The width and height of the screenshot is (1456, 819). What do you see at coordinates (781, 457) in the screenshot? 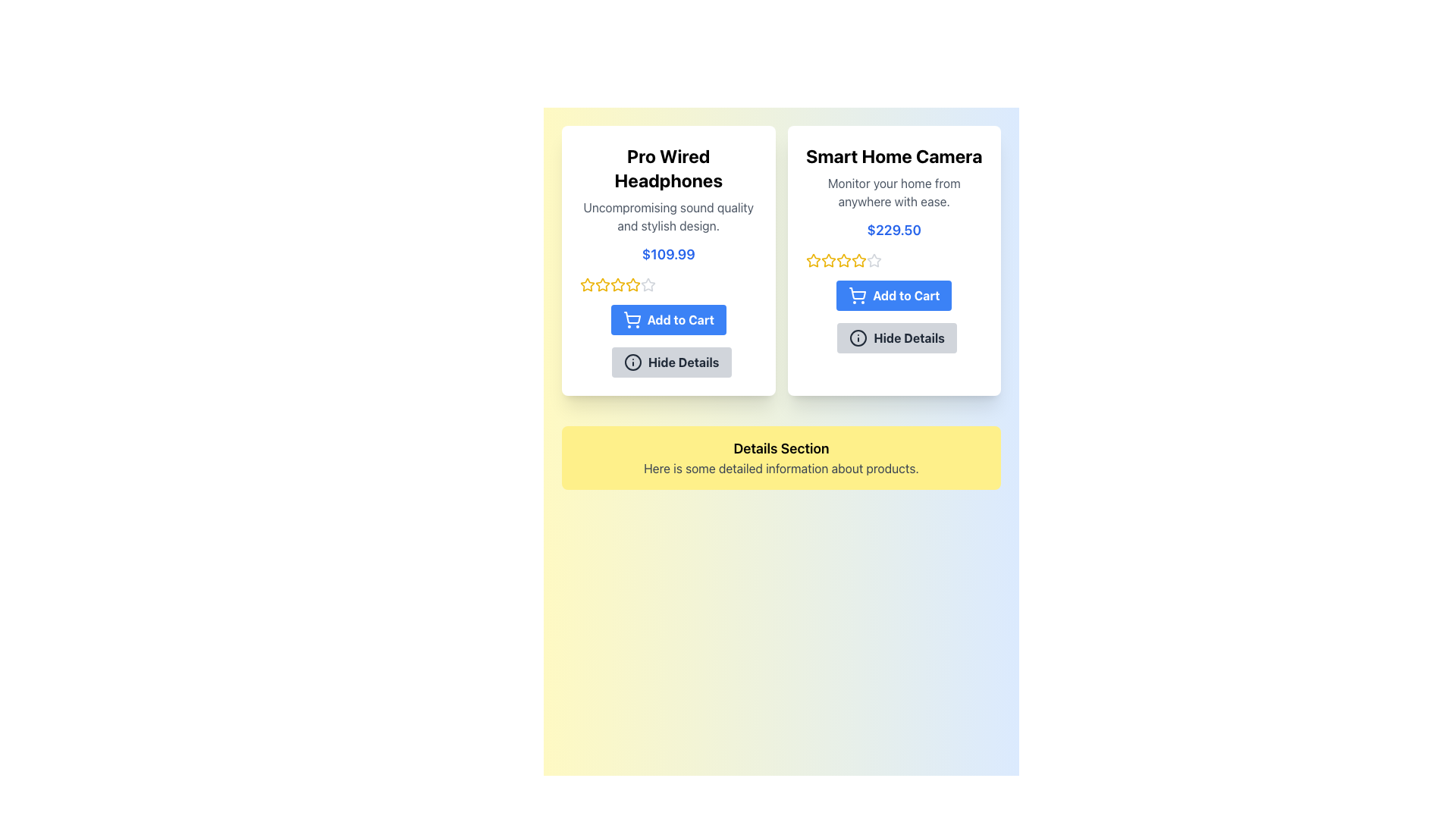
I see `the informational section located below the 'Pro Wired Headphones' and 'Smart Home Camera' card-like elements, which spans horizontally across the interface and is centered at the bottom of the section` at bounding box center [781, 457].